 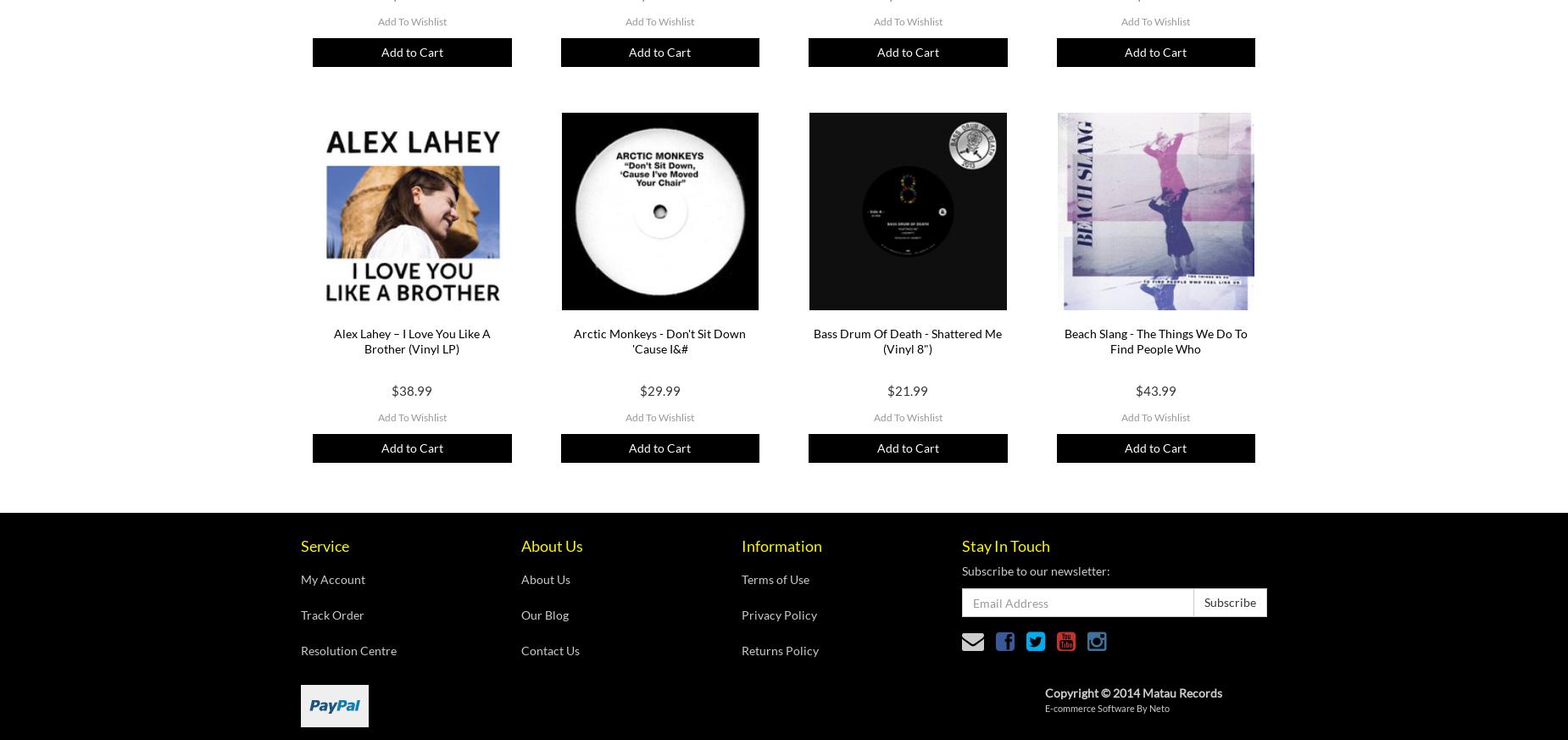 What do you see at coordinates (411, 339) in the screenshot?
I see `'Alex Lahey ‎– I Love You Like A Brother (Vinyl LP)'` at bounding box center [411, 339].